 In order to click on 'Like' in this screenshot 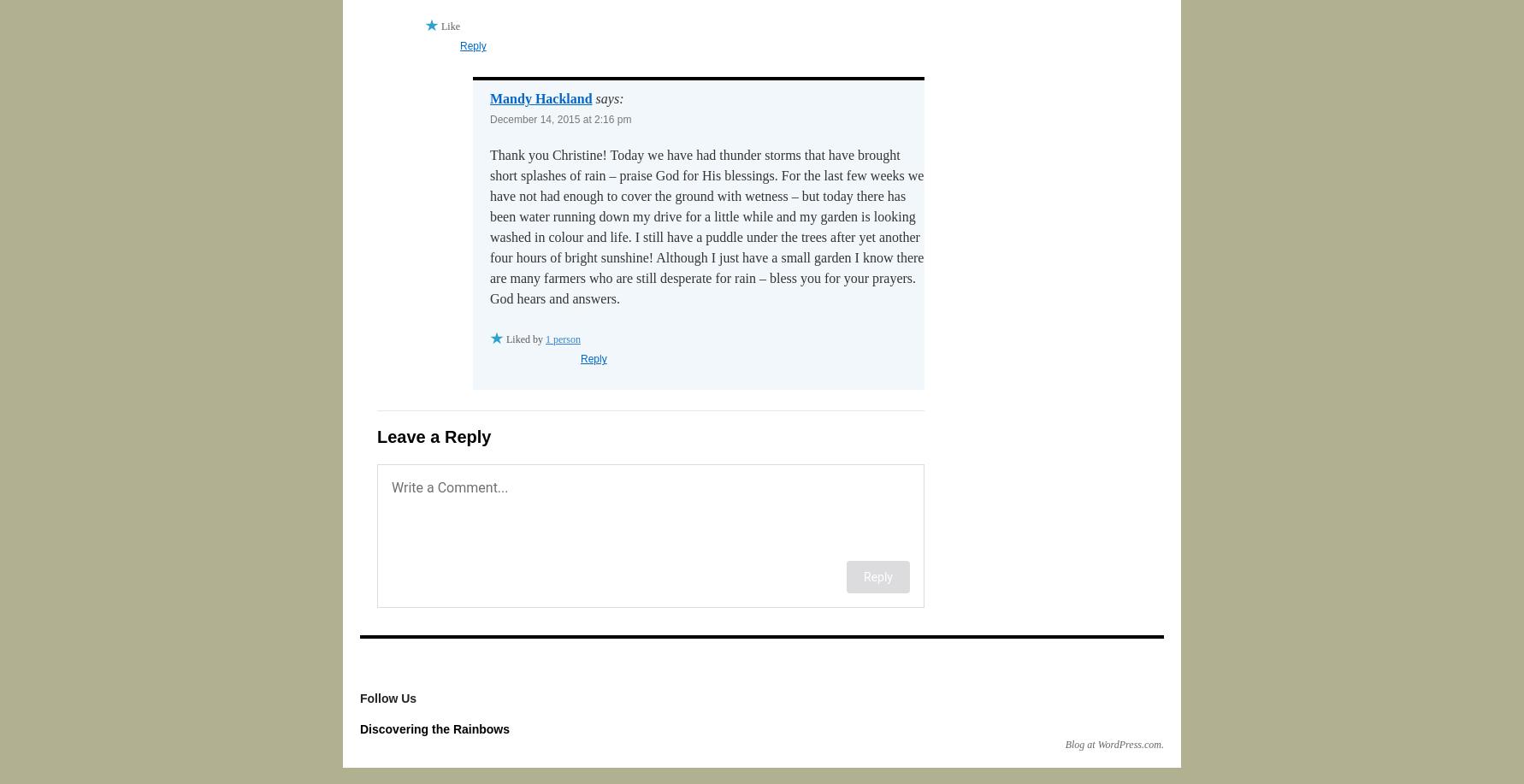, I will do `click(449, 26)`.